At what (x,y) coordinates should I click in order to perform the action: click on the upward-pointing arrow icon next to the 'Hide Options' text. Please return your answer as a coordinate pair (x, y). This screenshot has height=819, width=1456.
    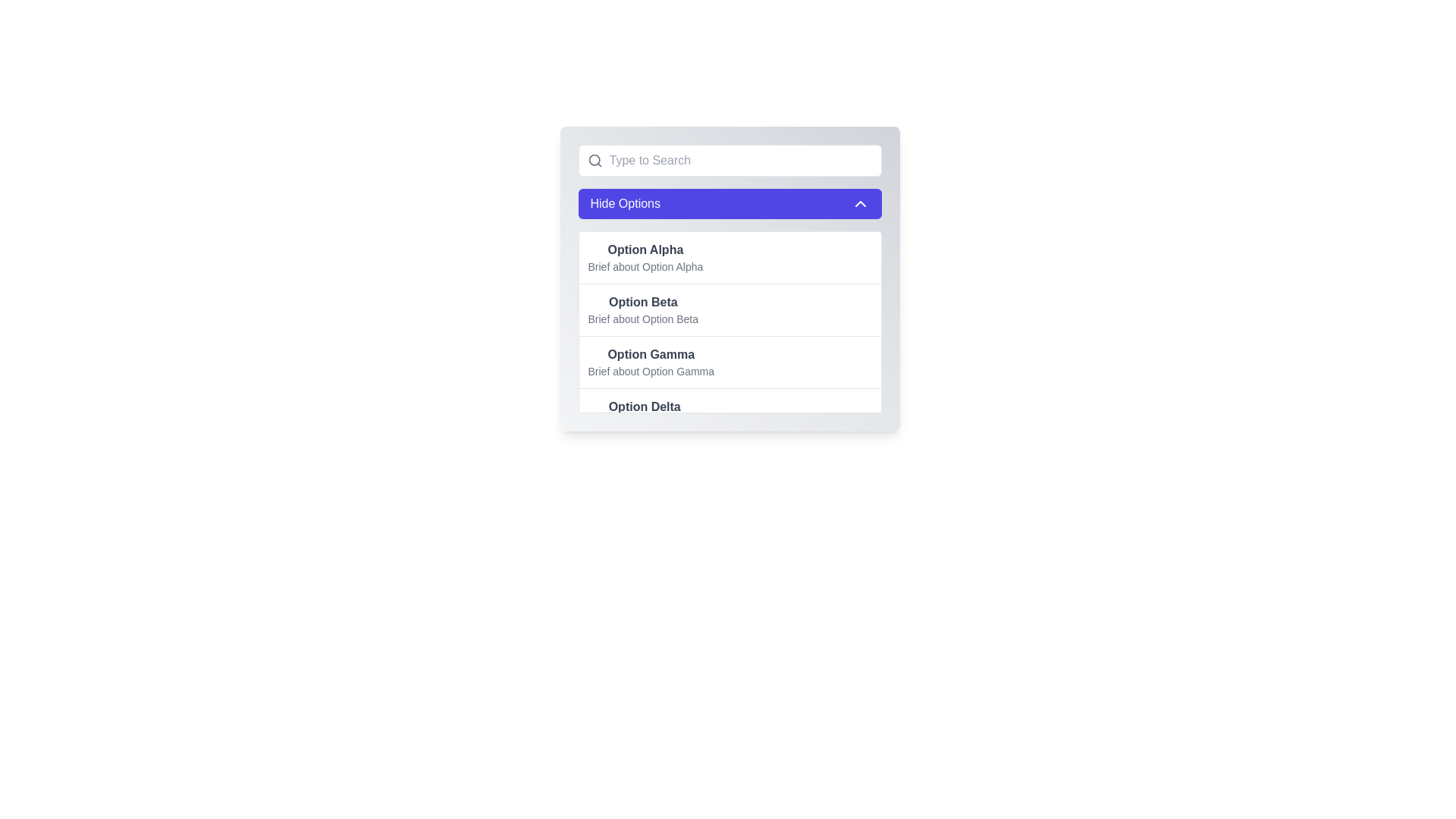
    Looking at the image, I should click on (860, 203).